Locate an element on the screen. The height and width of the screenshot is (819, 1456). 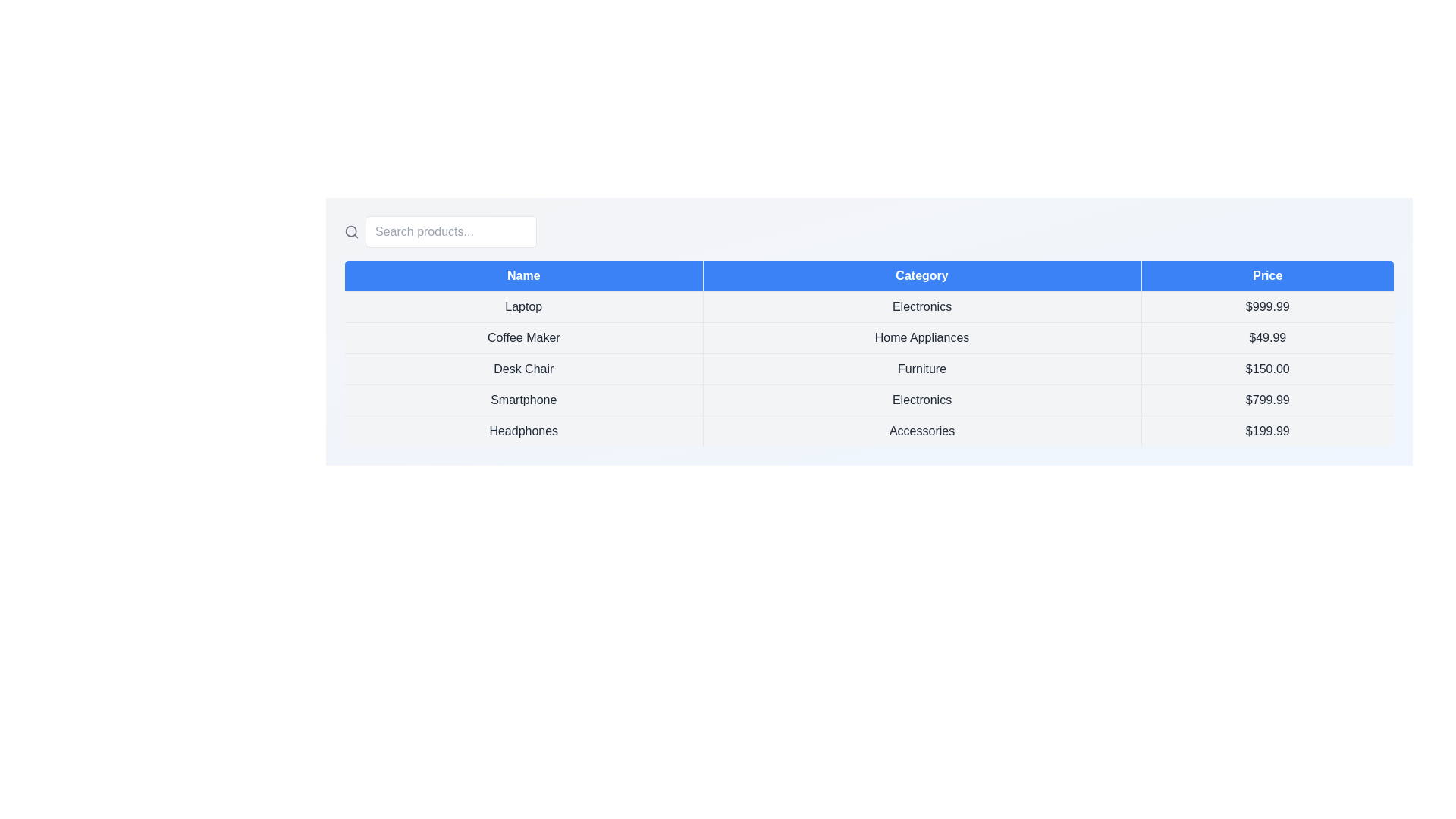
the second row of the product listing table is located at coordinates (869, 337).